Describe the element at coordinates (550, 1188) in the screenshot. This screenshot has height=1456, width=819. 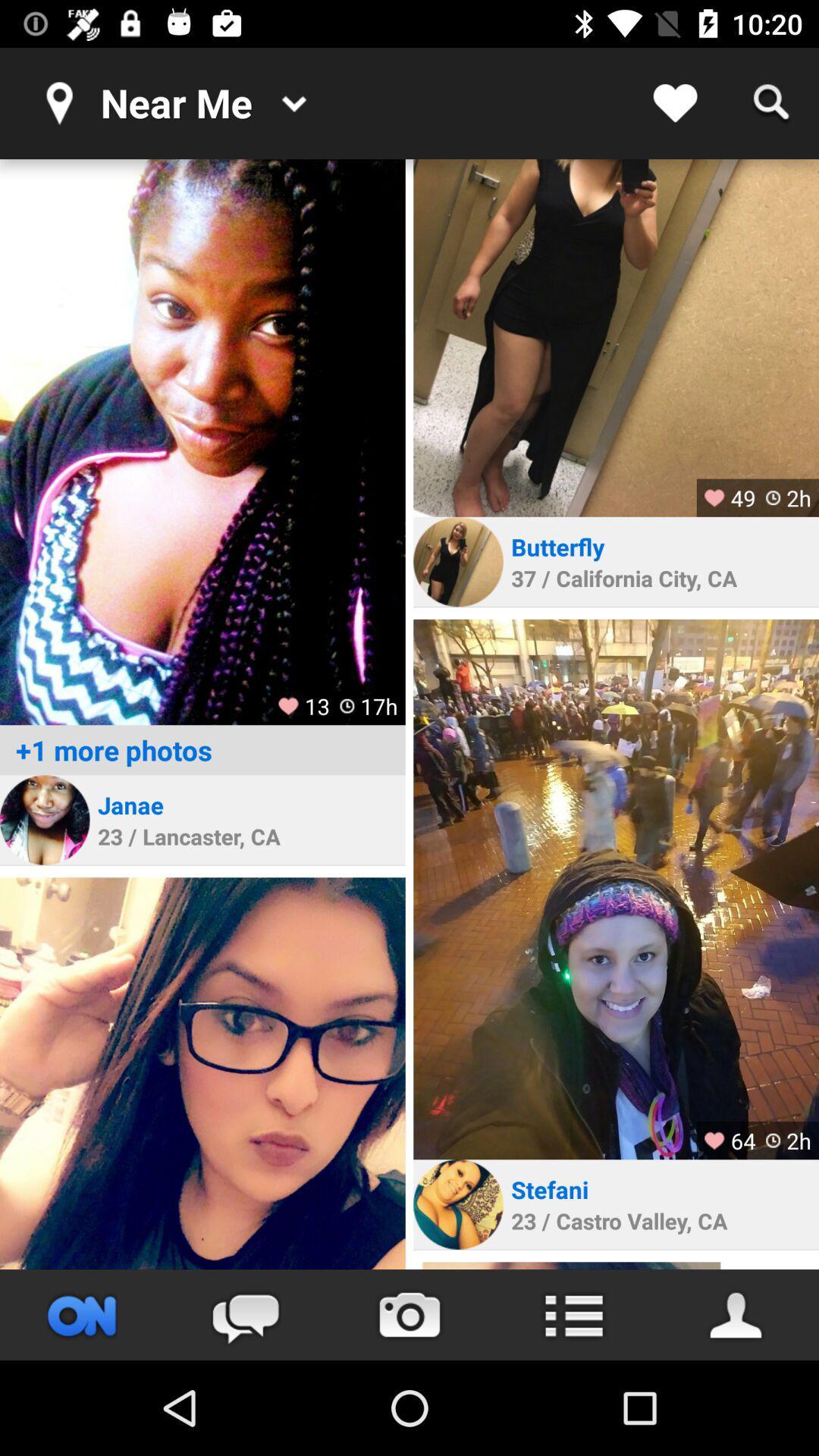
I see `stefani` at that location.